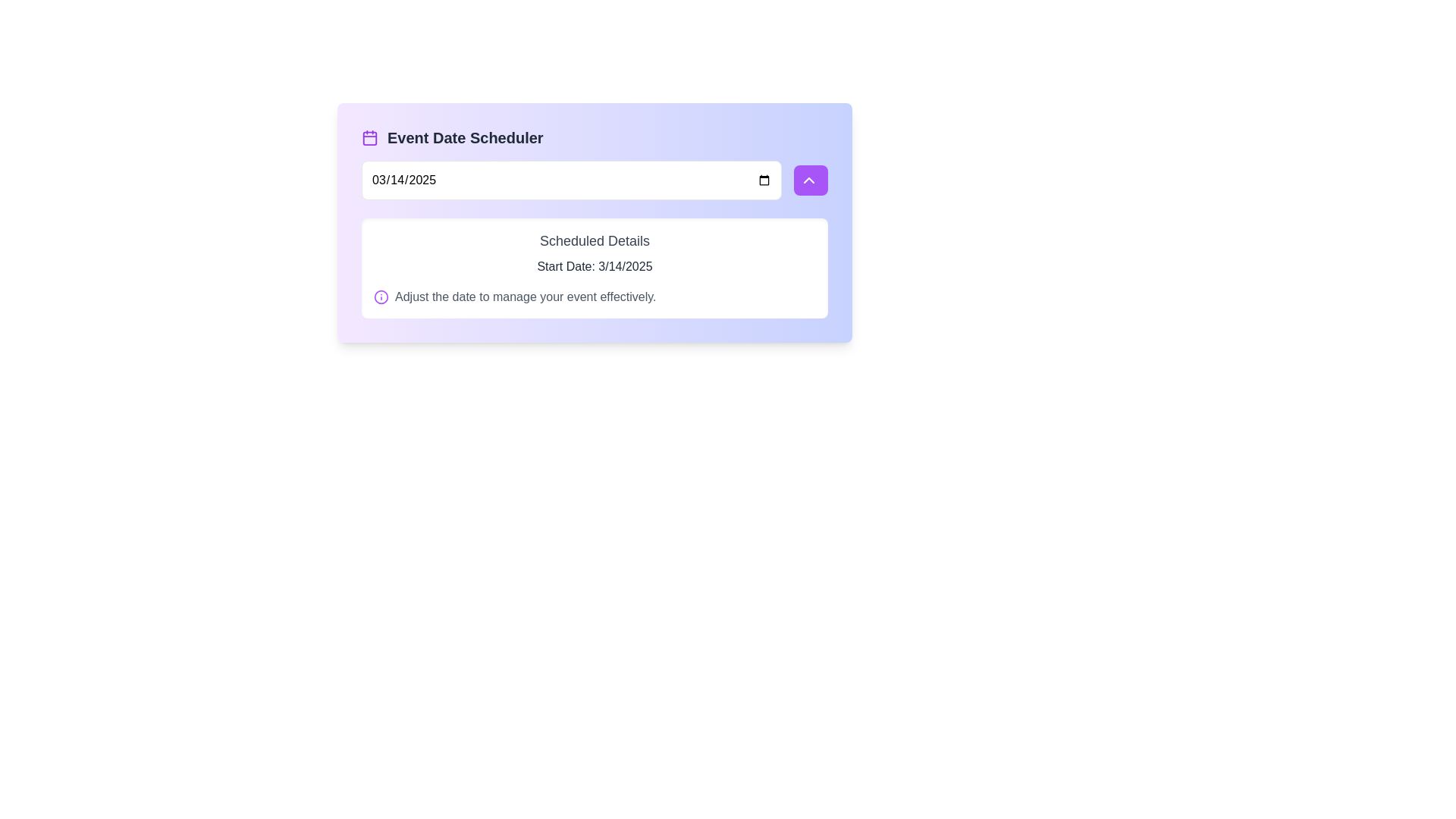 This screenshot has height=819, width=1456. I want to click on the Information Message that contains the text 'Adjust the date to manage your event effectively.' and is located below 'Start Date: 3/14/2025' in the 'Scheduled Details' box, so click(594, 297).